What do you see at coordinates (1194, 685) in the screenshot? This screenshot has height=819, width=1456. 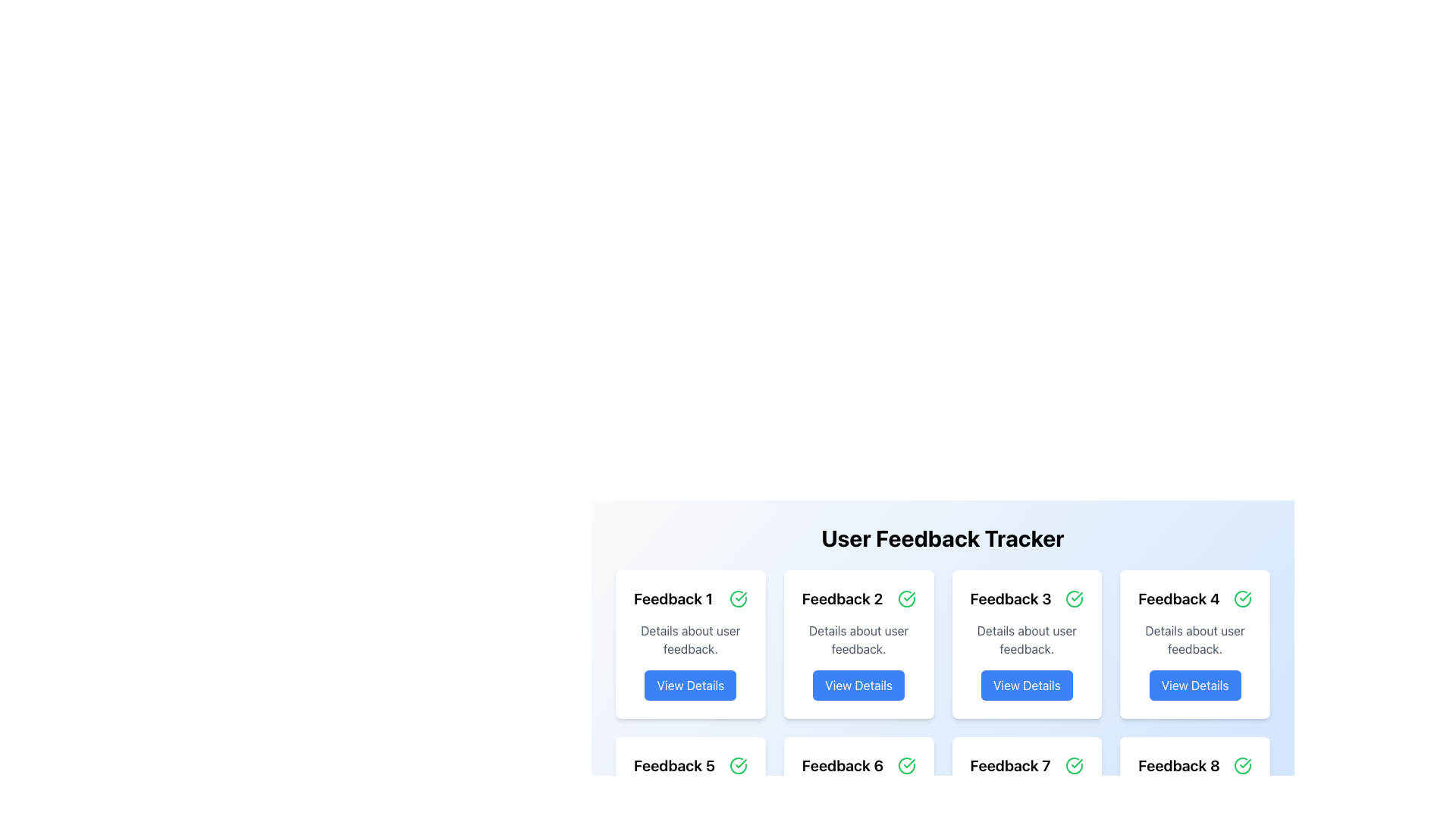 I see `the button at the bottom center of the 'Feedback 4' card` at bounding box center [1194, 685].